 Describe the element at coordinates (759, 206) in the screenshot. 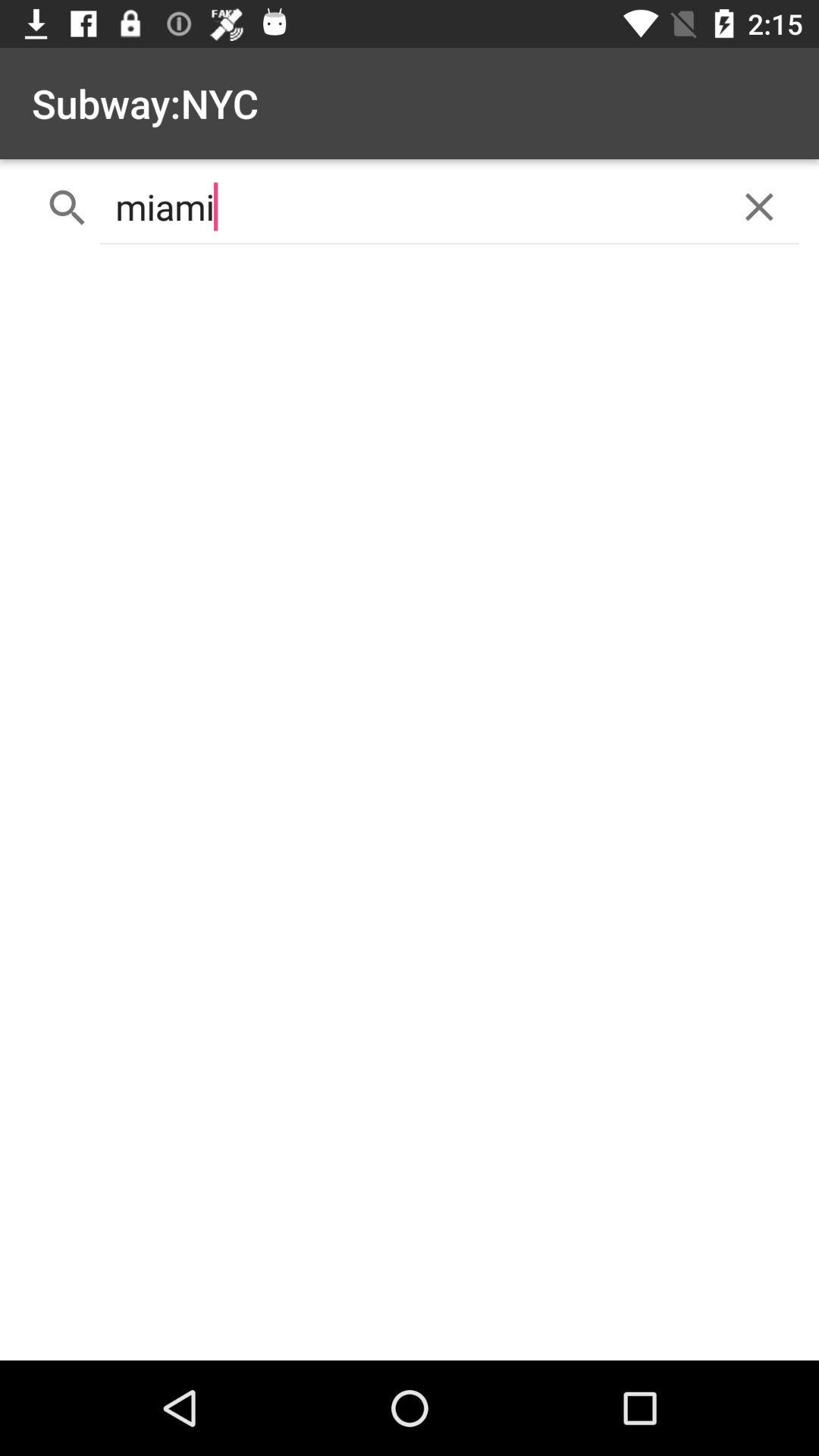

I see `the icon at the top right corner` at that location.